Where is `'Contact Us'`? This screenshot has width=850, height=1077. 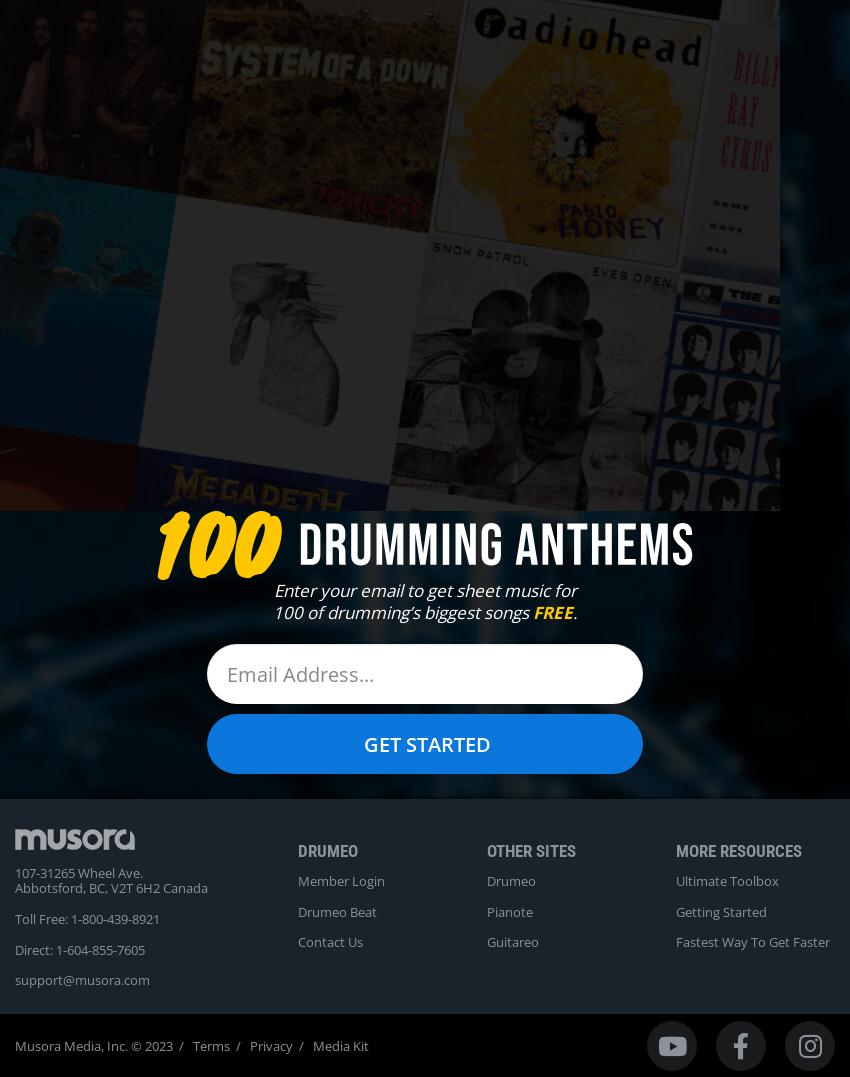
'Contact Us' is located at coordinates (330, 941).